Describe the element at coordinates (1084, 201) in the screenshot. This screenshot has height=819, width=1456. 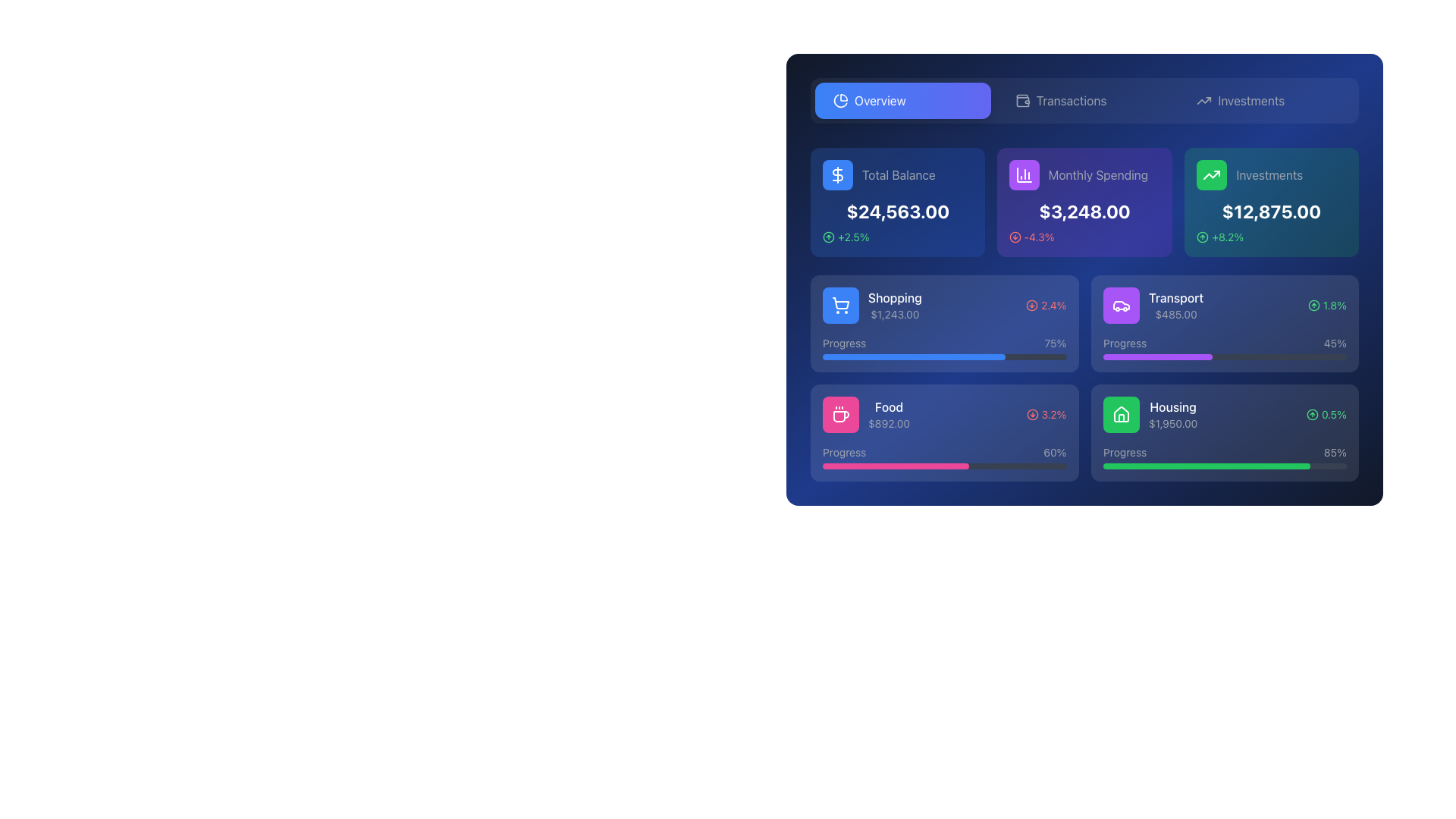
I see `the Informational card that summarizes the user's spending for the current month, located in the second column of the top row, between the 'Total Balance' and 'Investments' panels` at that location.